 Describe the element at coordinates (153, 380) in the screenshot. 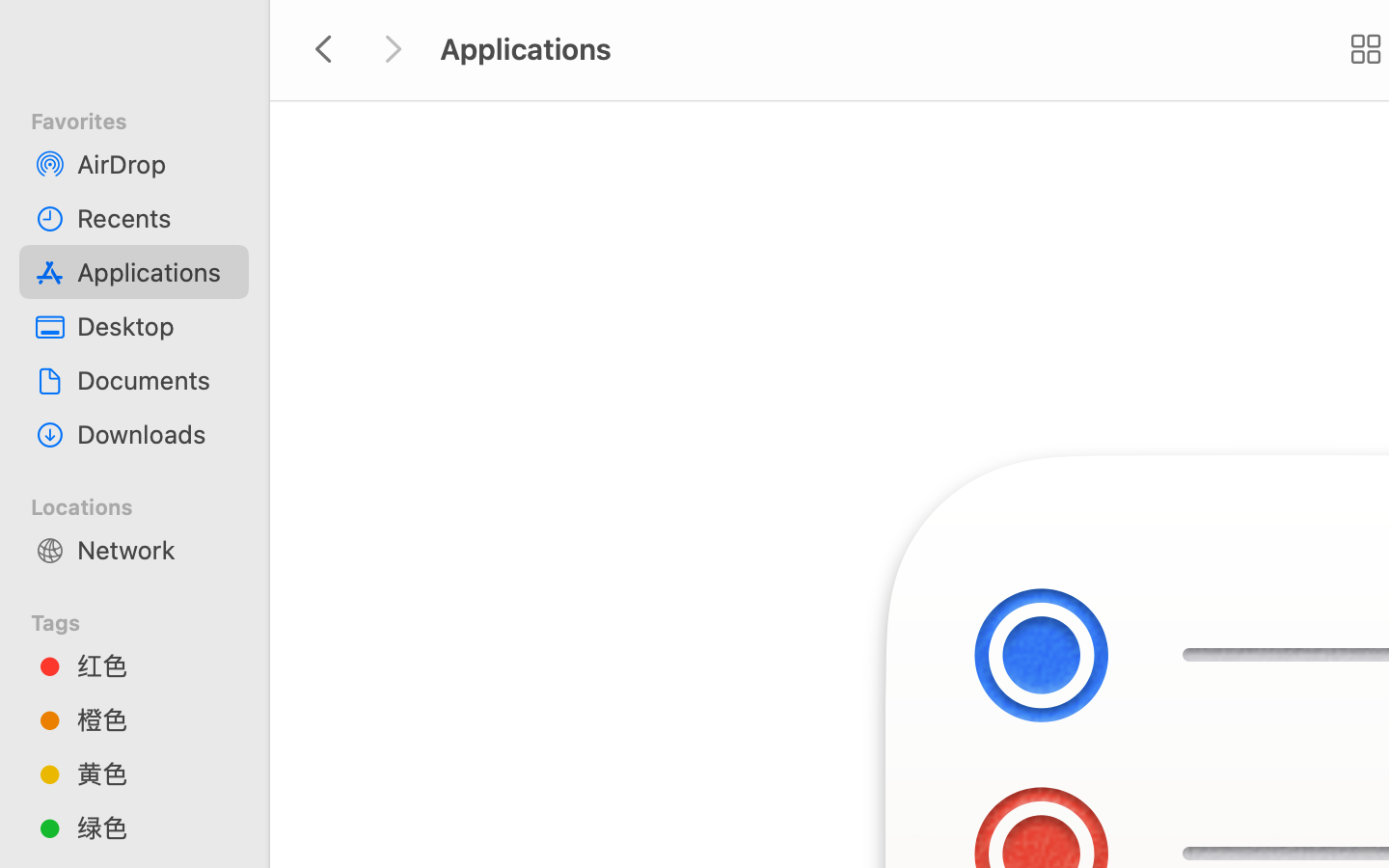

I see `'Documents'` at that location.